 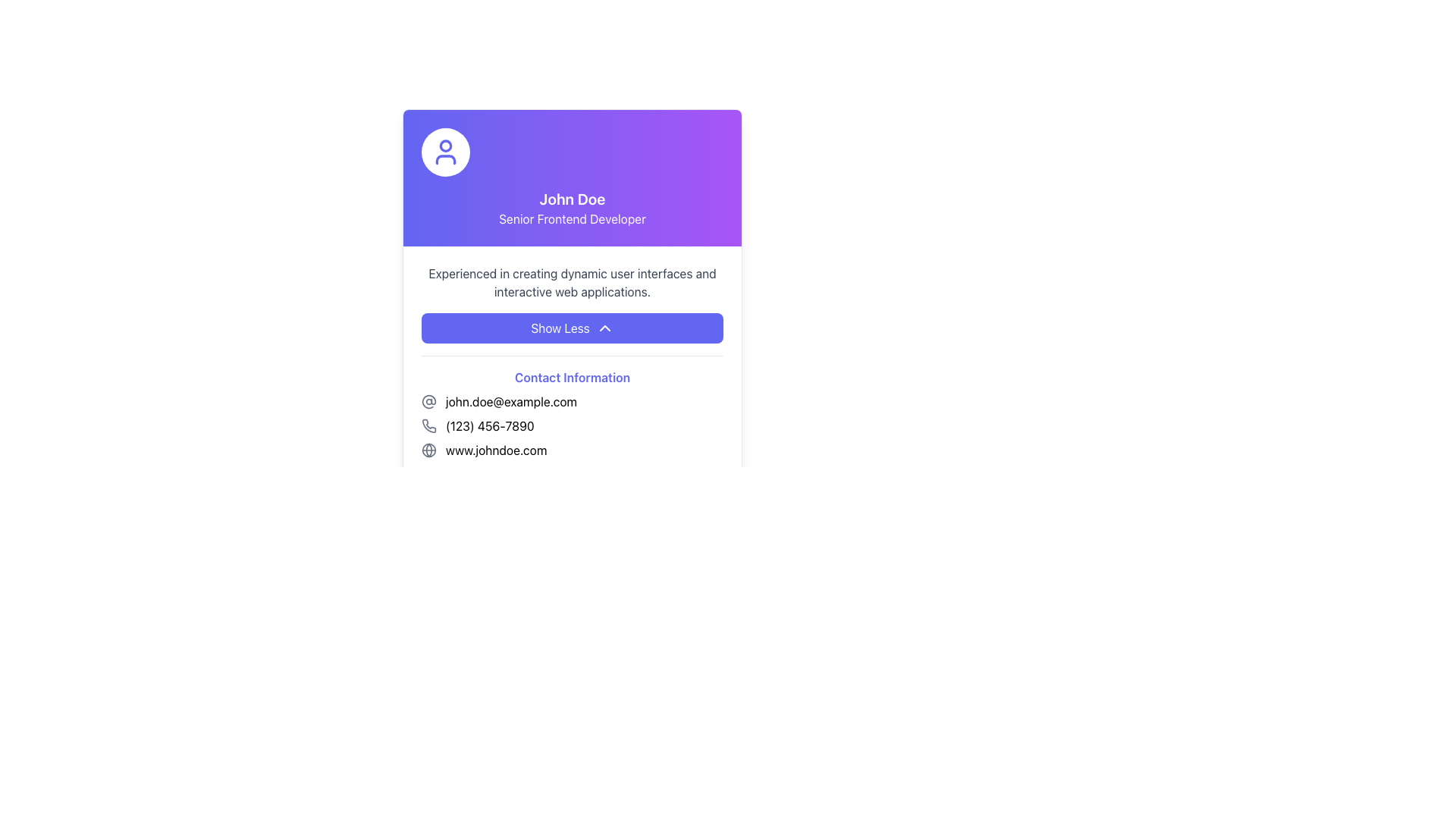 I want to click on the website link in the Information Display Section located below the 'Show Less' button in the card layout, so click(x=571, y=435).